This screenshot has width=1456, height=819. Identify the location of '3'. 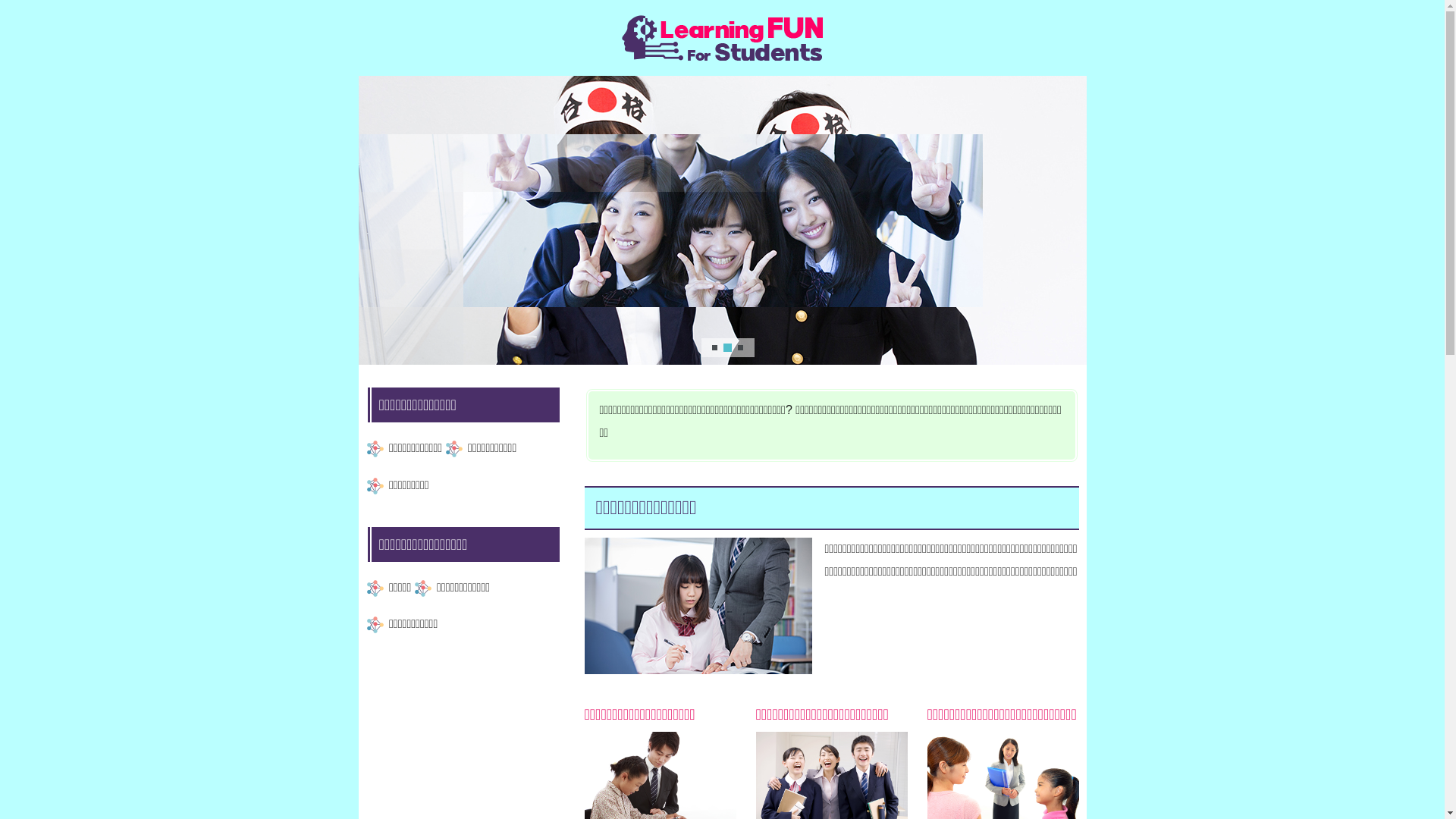
(740, 347).